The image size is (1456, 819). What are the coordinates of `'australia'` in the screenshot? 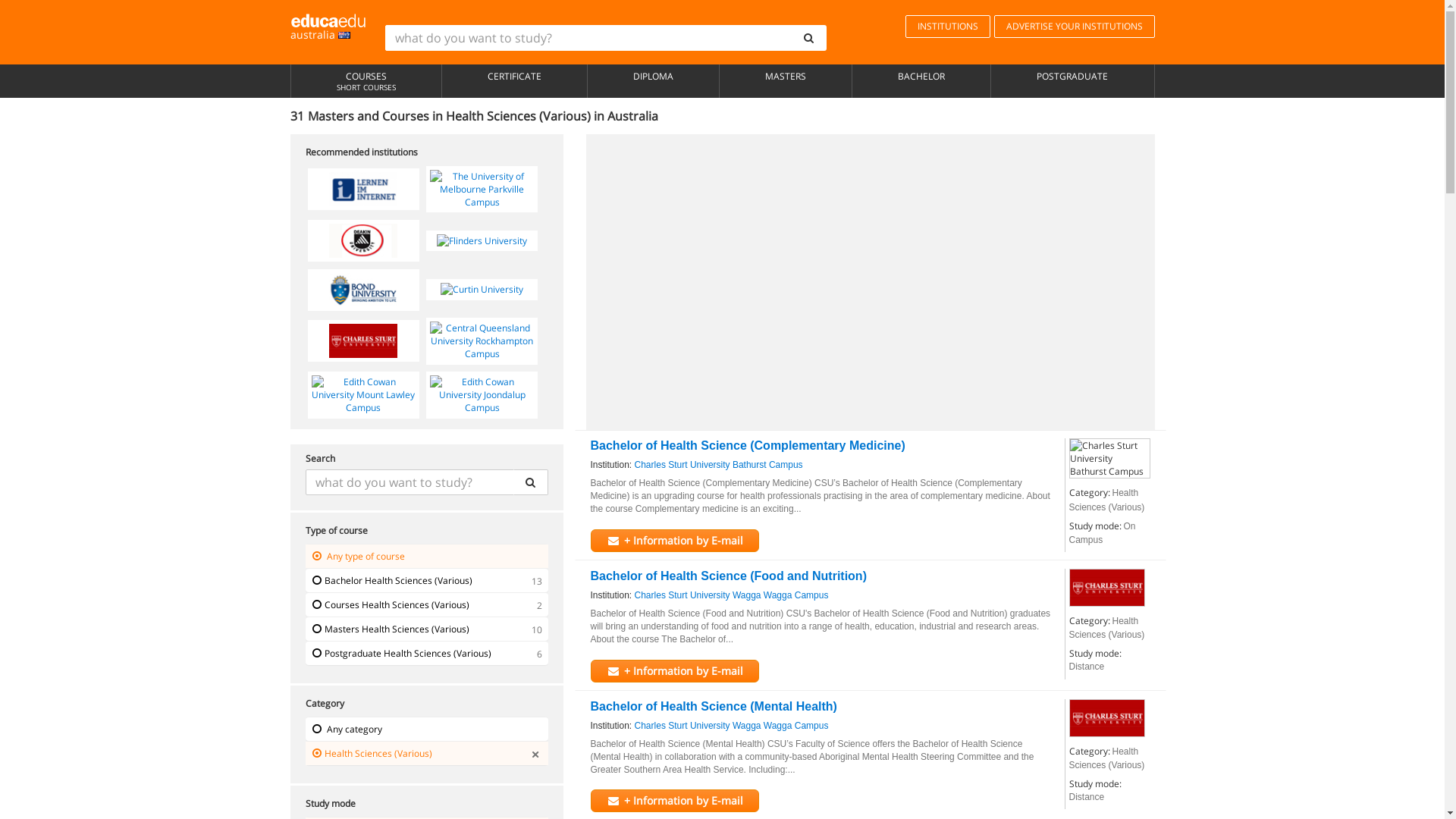 It's located at (327, 26).